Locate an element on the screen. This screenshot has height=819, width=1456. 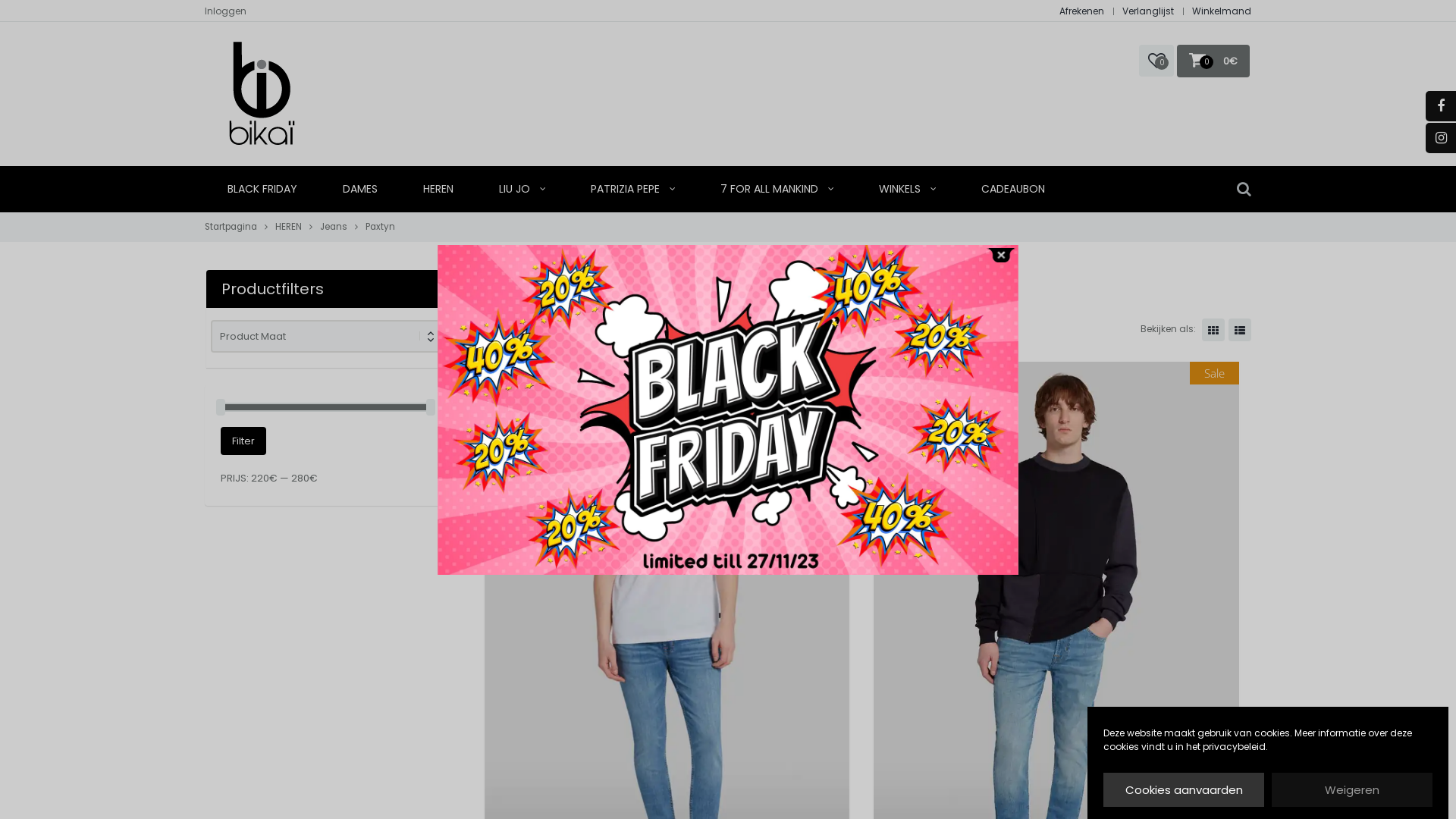
'0' is located at coordinates (1156, 60).